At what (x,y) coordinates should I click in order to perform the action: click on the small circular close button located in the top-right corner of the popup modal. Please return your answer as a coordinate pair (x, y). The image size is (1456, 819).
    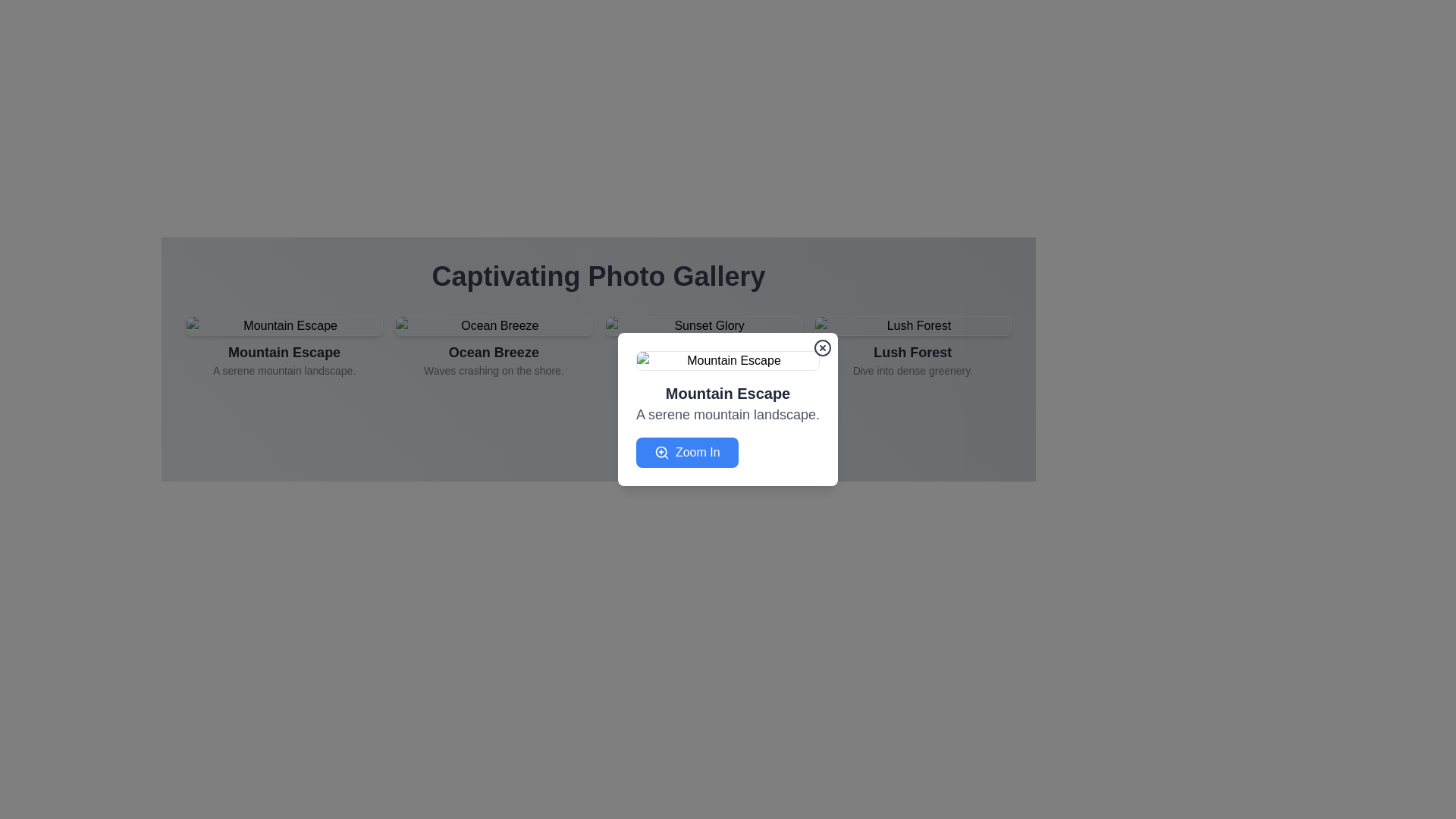
    Looking at the image, I should click on (821, 348).